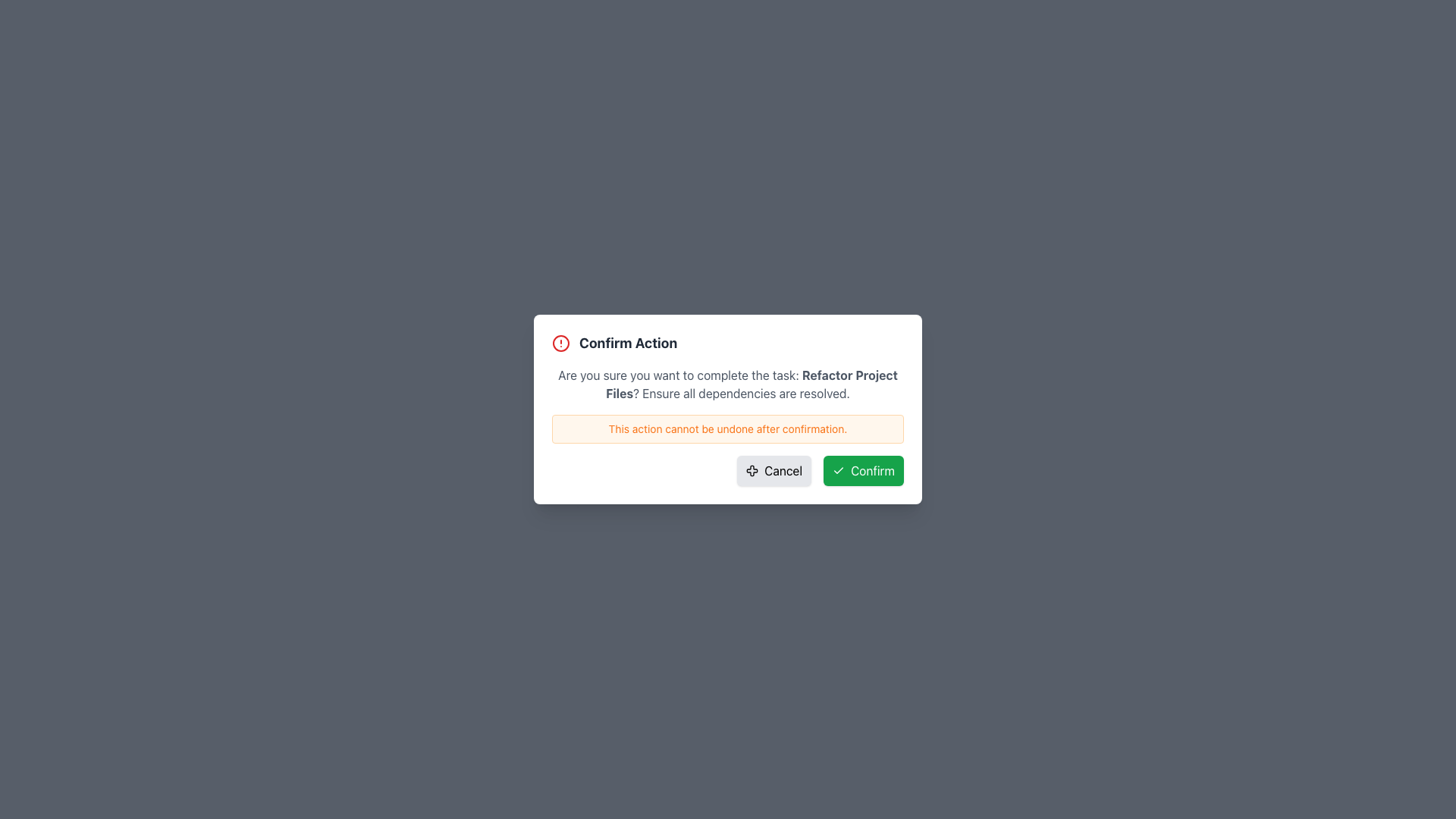  Describe the element at coordinates (628, 343) in the screenshot. I see `the bold, large-sized text element displaying the label 'Confirm Action', which is aligned to the right of a red circular alert icon in the top-left section of a dialog box` at that location.